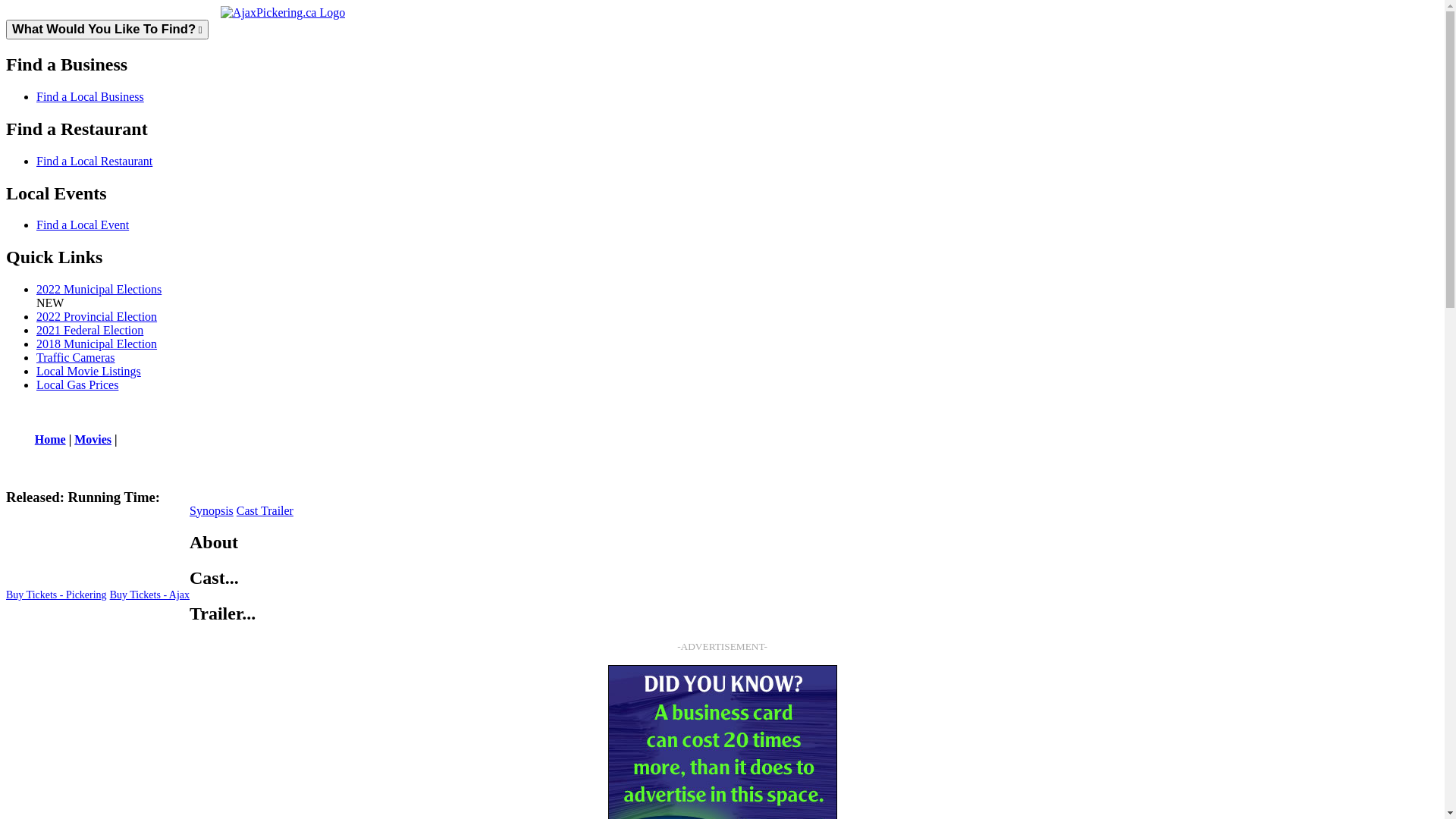 This screenshot has height=819, width=1456. I want to click on 'Movies', so click(92, 439).